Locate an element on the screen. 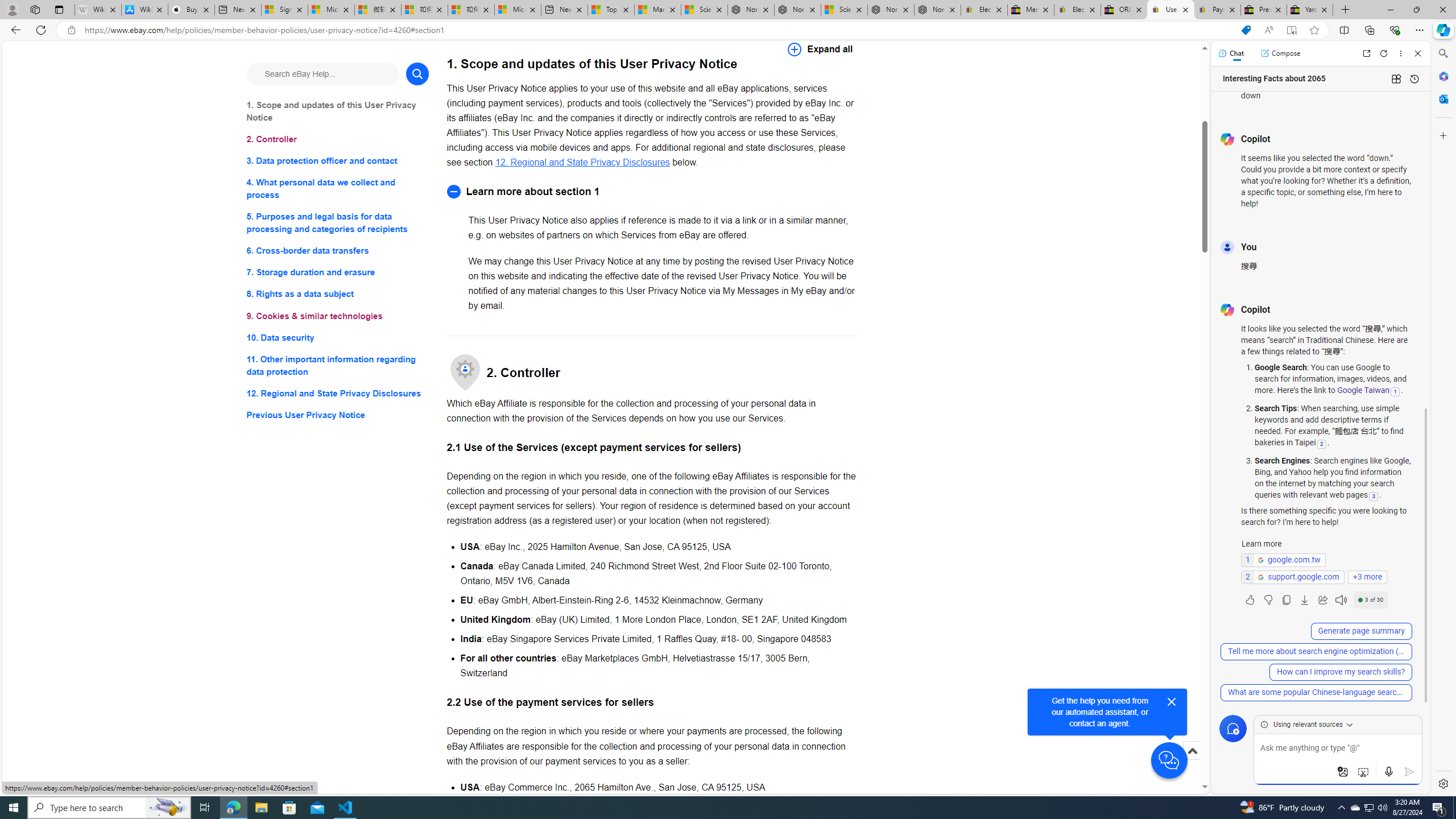  '6. Cross-border data transfers' is located at coordinates (337, 251).